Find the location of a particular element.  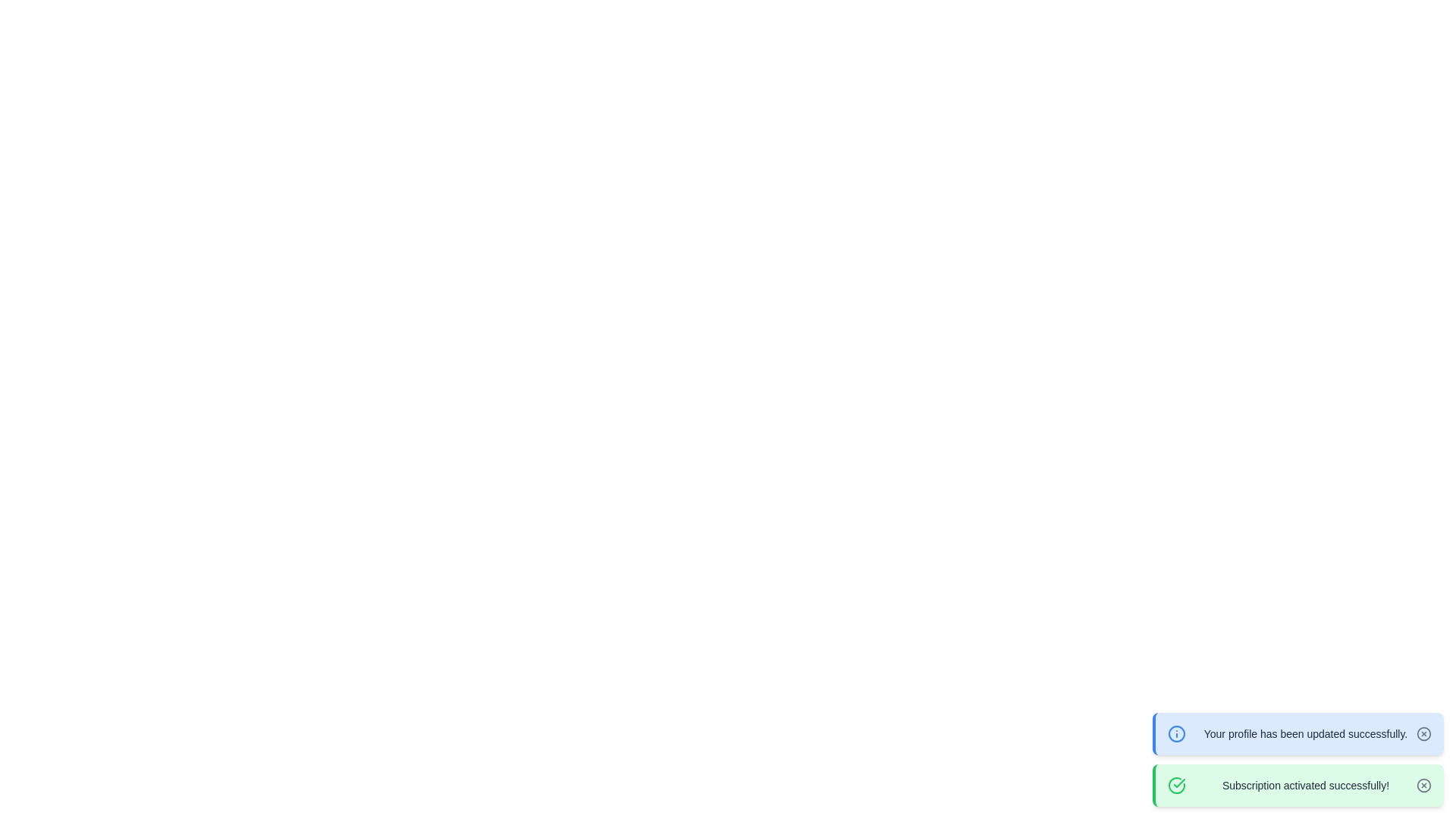

the Notification card that has a green left border and displays 'Subscription activated successfully!' in the center is located at coordinates (1298, 785).